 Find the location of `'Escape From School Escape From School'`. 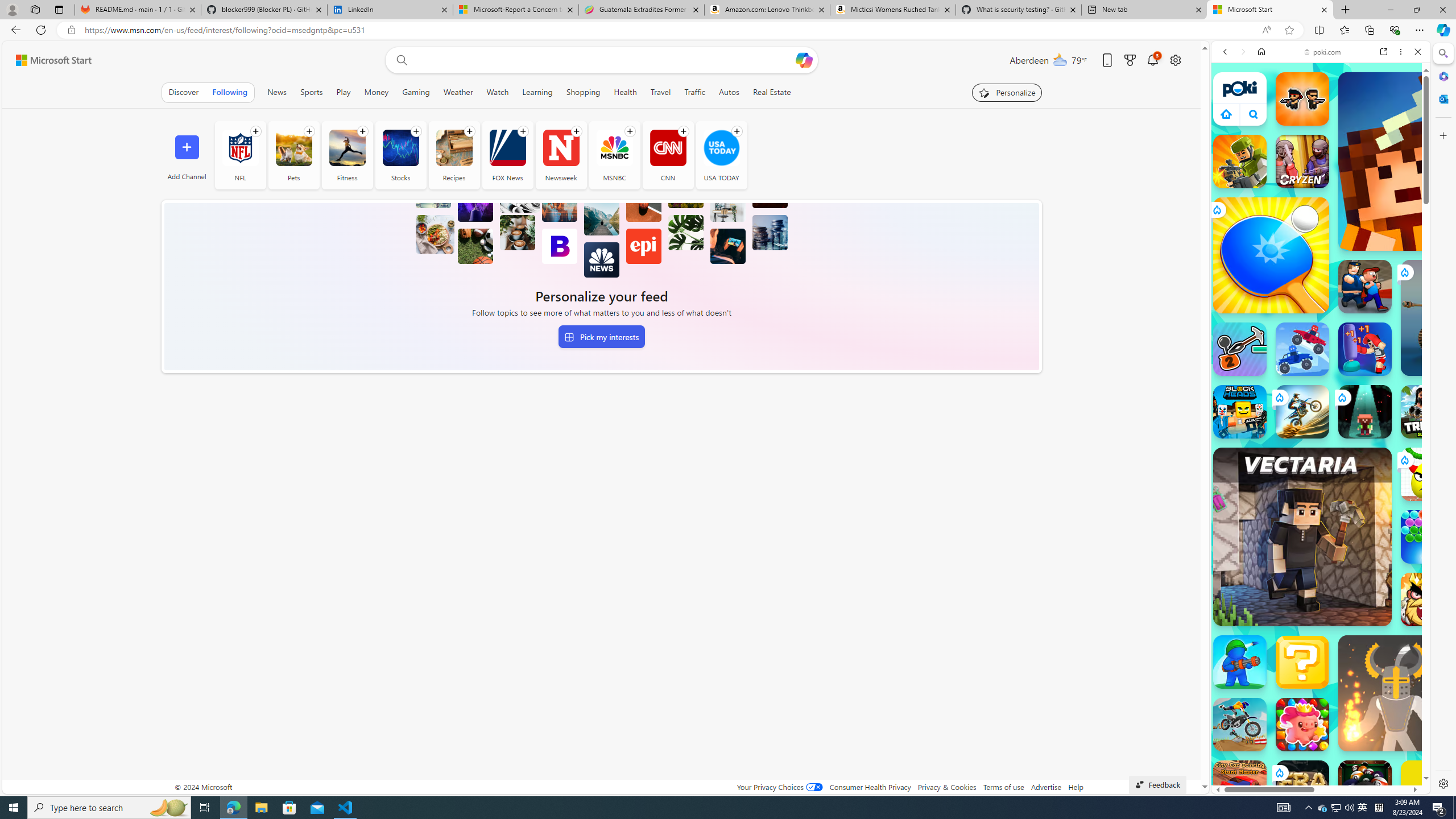

'Escape From School Escape From School' is located at coordinates (1365, 286).